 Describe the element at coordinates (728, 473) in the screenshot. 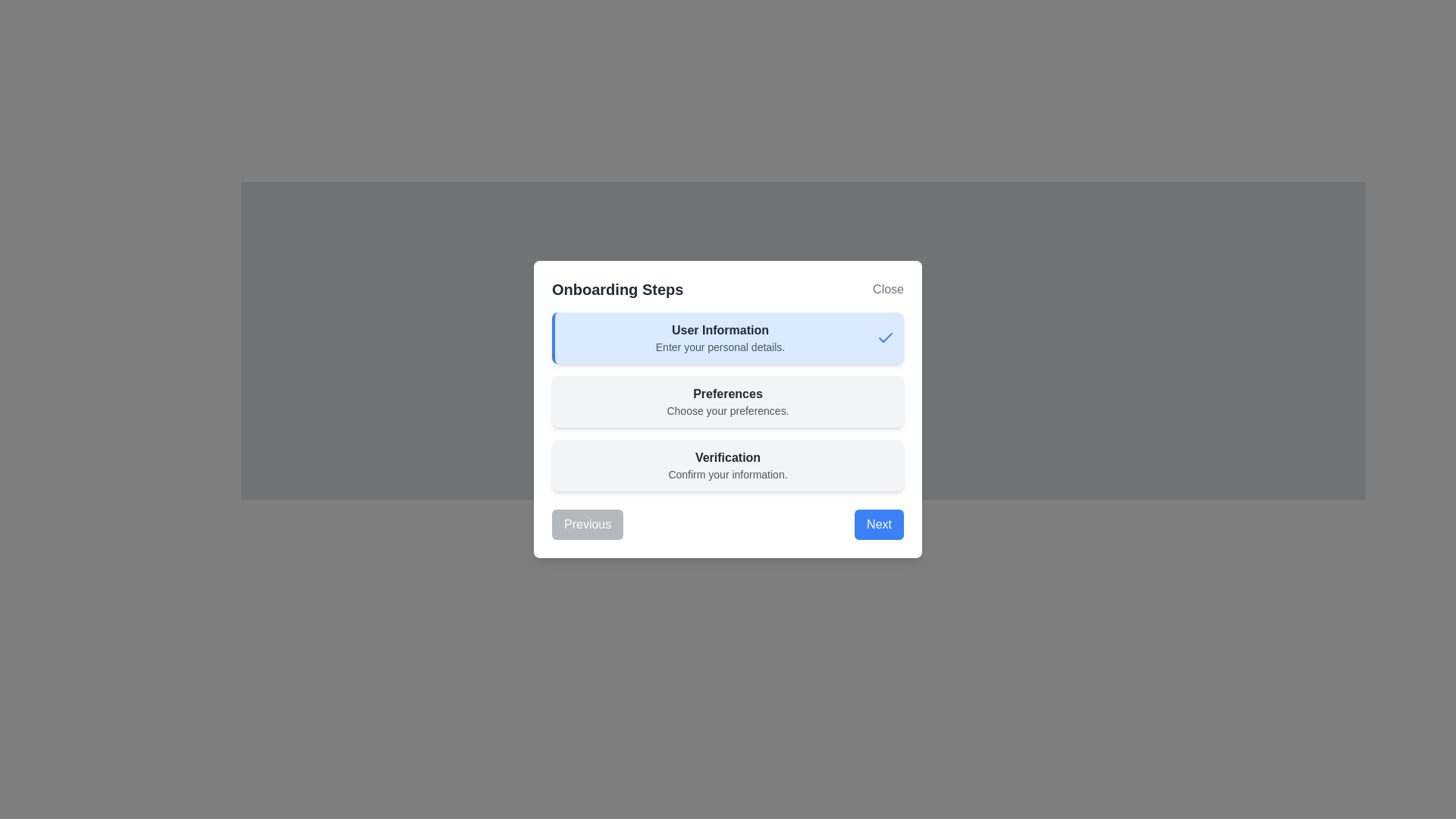

I see `the informative text label related to the 'Verification' step in the onboarding process, which is located below the 'Verification' heading in the modal window` at that location.